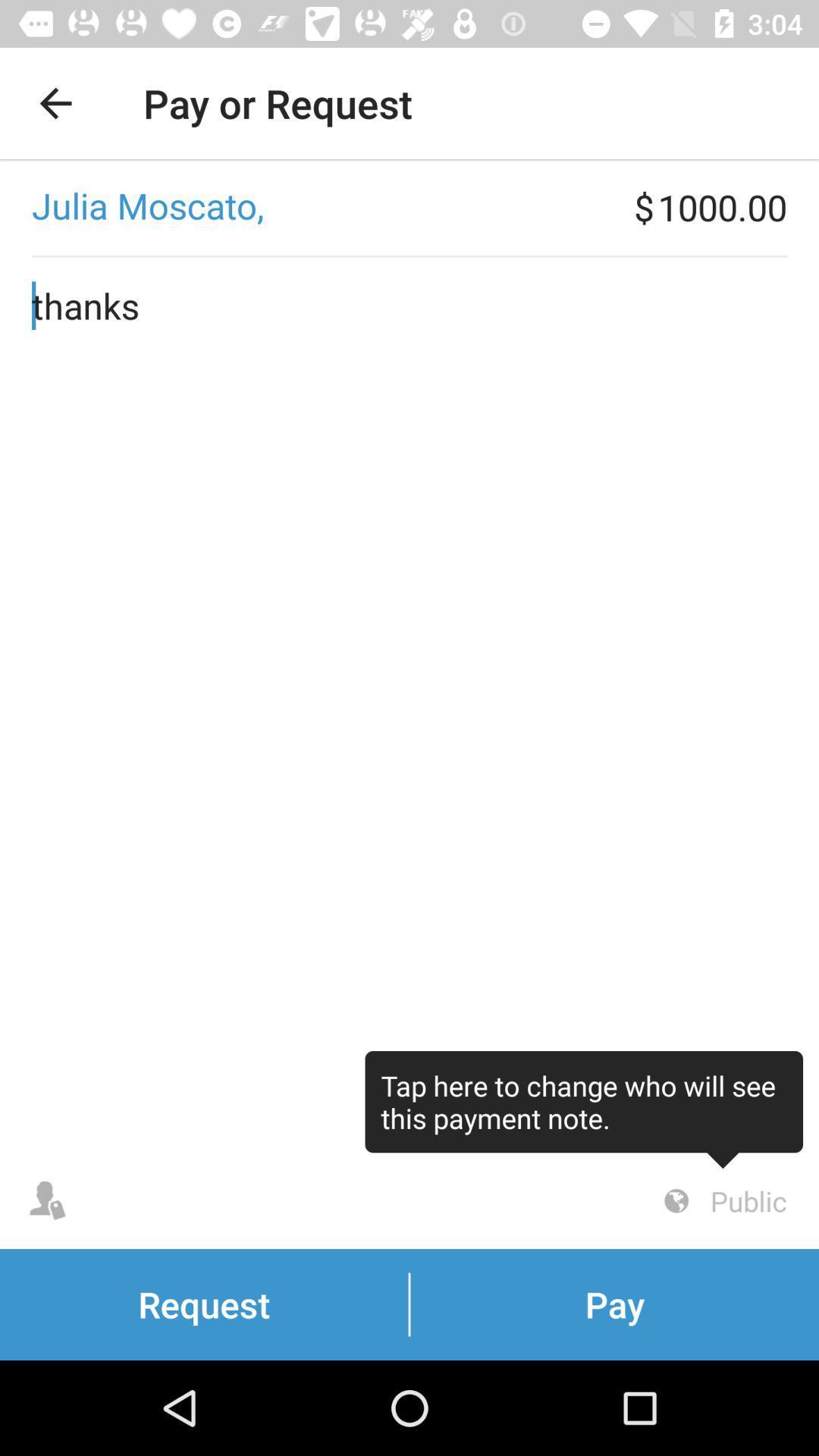 The image size is (819, 1456). Describe the element at coordinates (55, 102) in the screenshot. I see `icon at the top left corner` at that location.